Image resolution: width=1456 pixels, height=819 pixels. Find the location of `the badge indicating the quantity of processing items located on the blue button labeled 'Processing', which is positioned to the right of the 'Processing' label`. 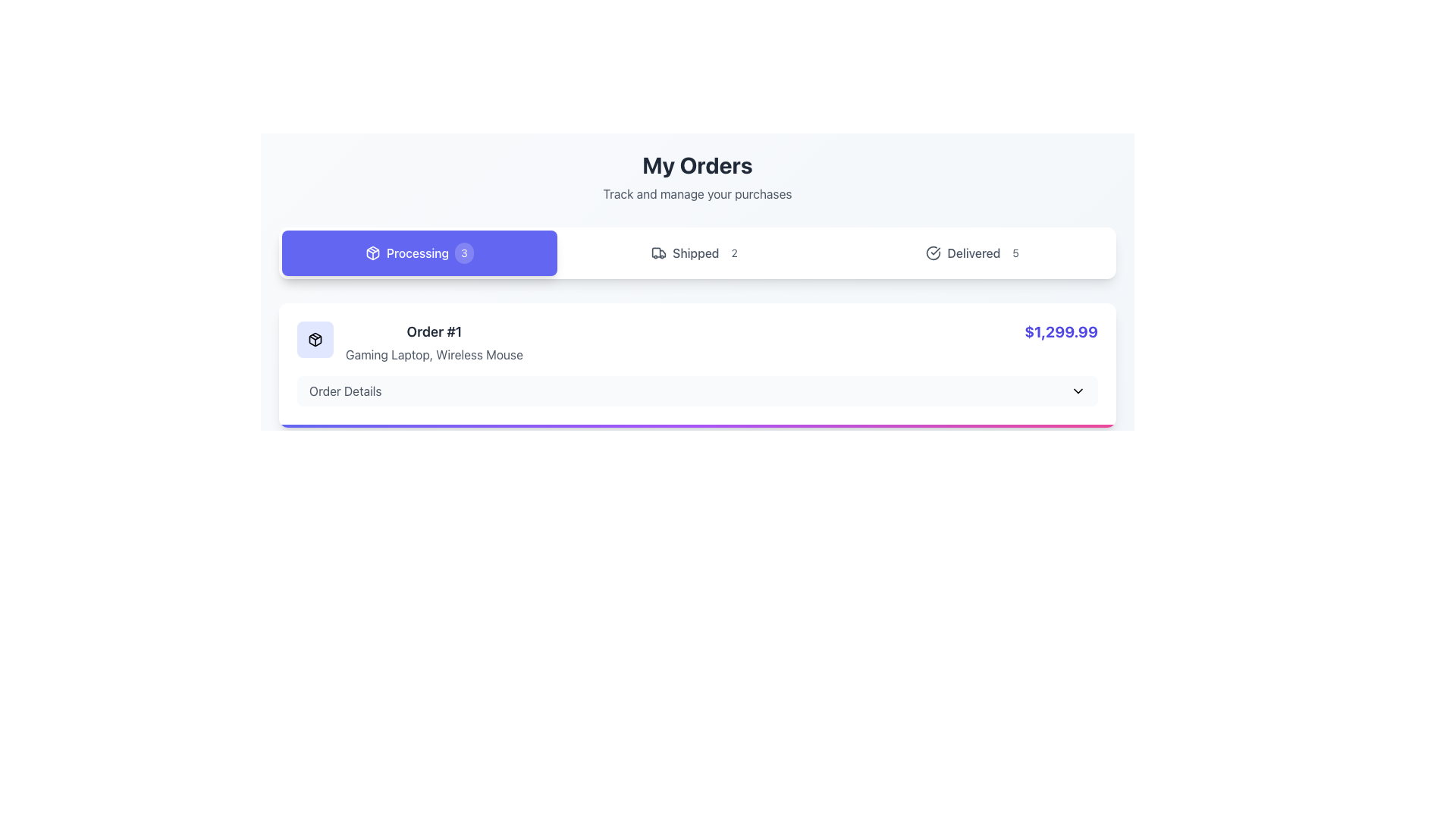

the badge indicating the quantity of processing items located on the blue button labeled 'Processing', which is positioned to the right of the 'Processing' label is located at coordinates (463, 253).